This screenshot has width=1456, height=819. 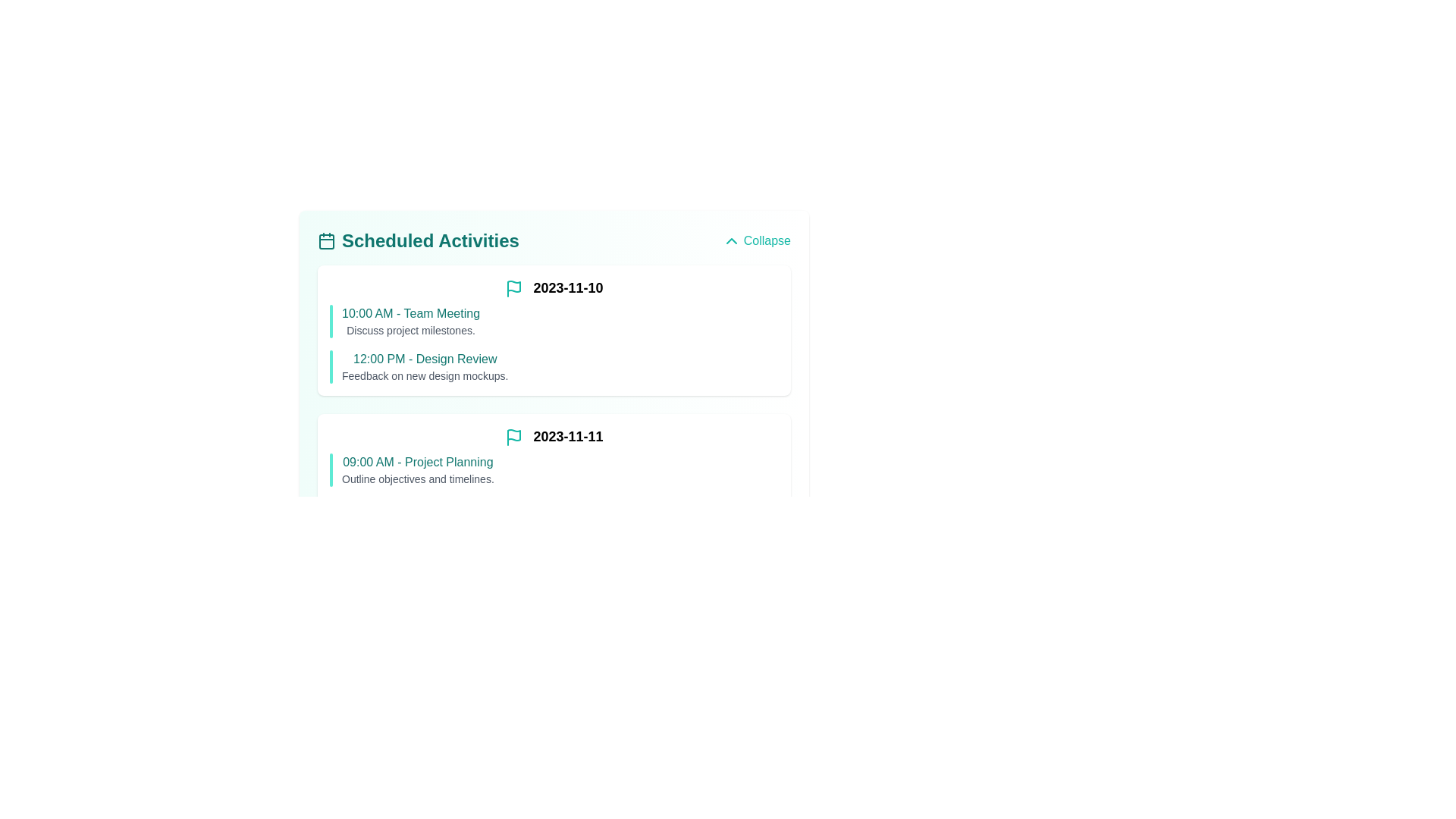 What do you see at coordinates (411, 312) in the screenshot?
I see `the text element displaying '10:00 AM - Team Meeting' for accessibility purposes` at bounding box center [411, 312].